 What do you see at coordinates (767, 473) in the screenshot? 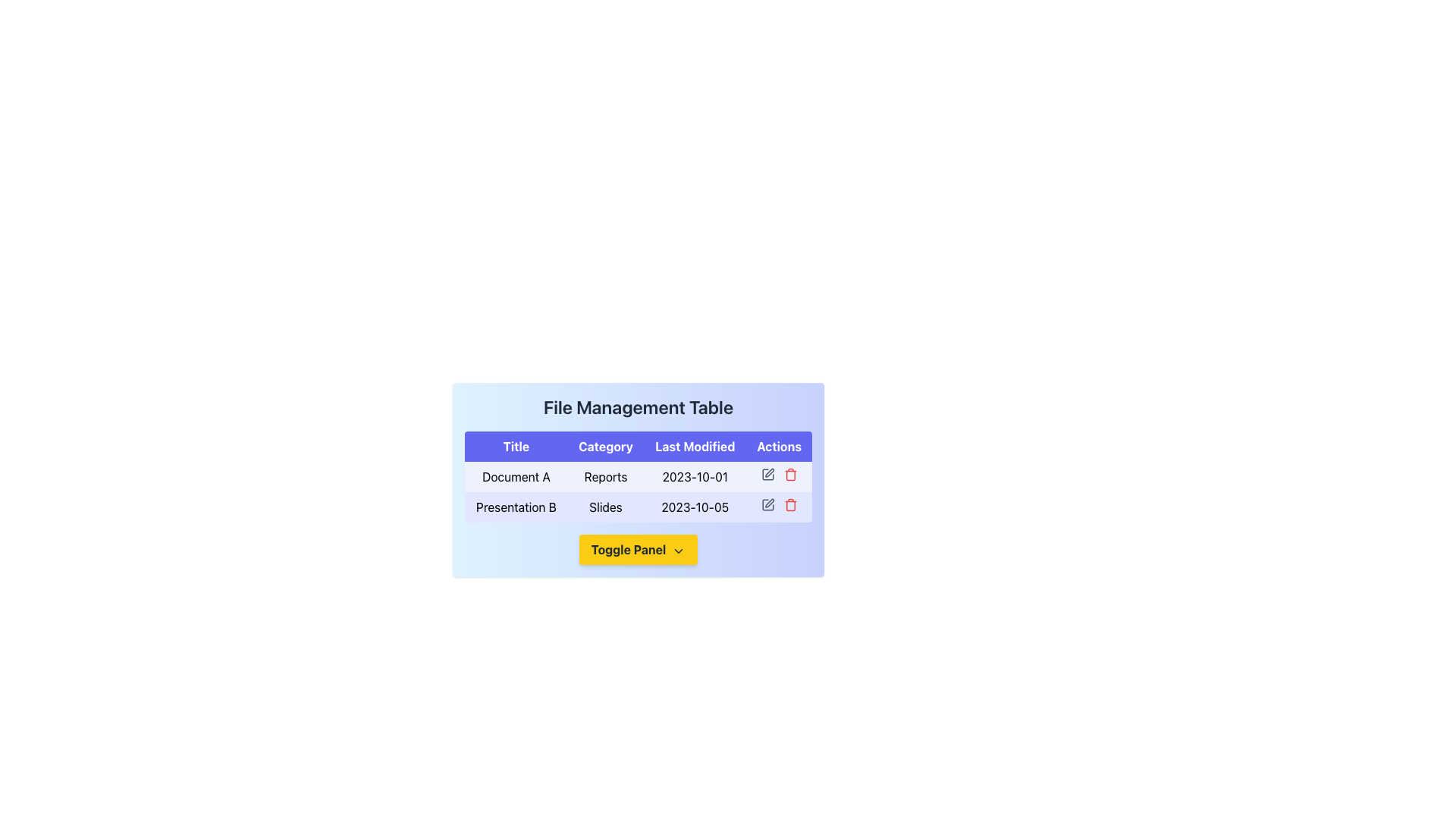
I see `the edit button represented by a pencil icon in the 'Actions' column of the second row entry ('Presentation B') to change its color to indigo` at bounding box center [767, 473].